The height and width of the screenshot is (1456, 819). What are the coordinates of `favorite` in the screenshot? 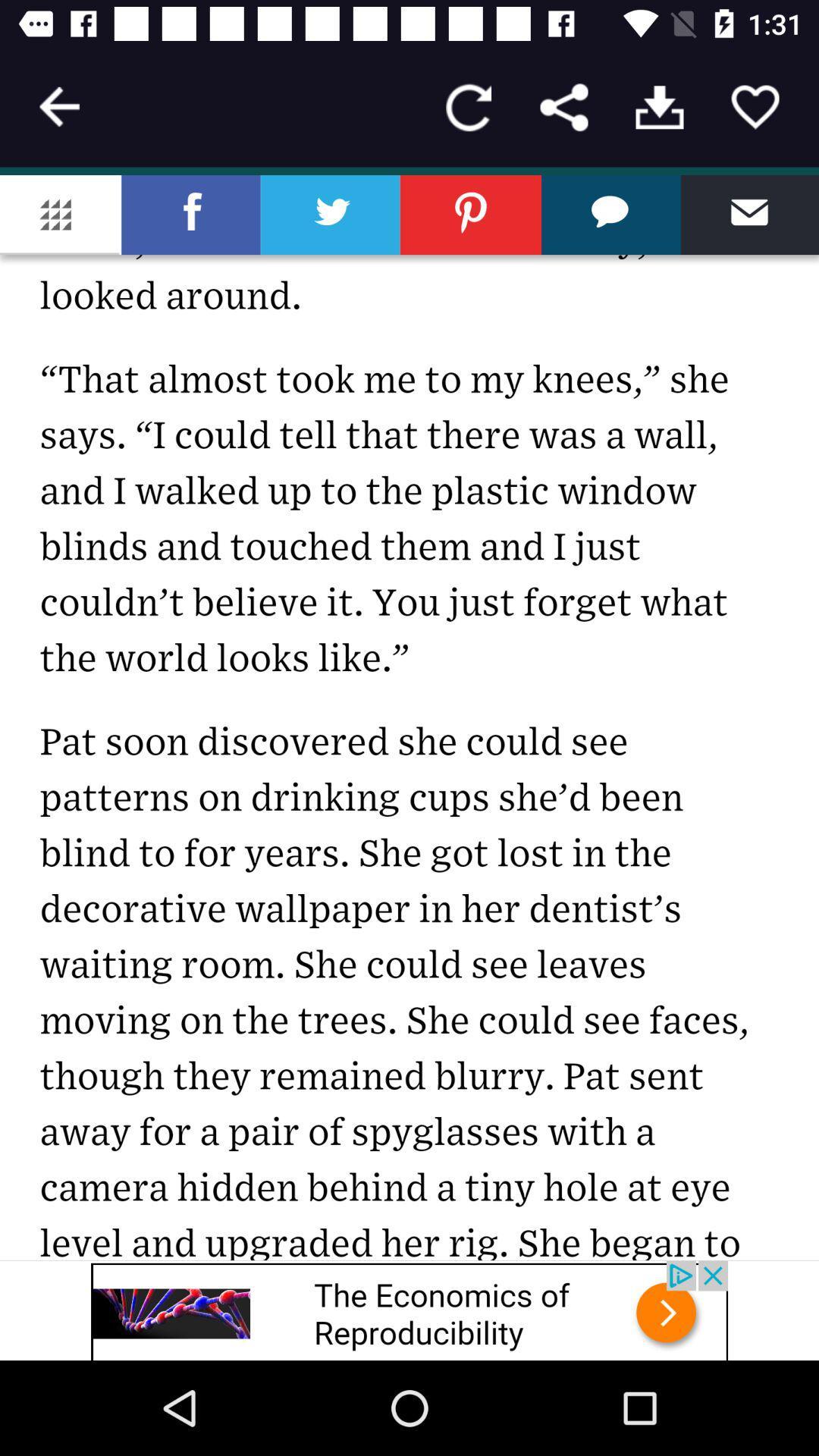 It's located at (755, 106).